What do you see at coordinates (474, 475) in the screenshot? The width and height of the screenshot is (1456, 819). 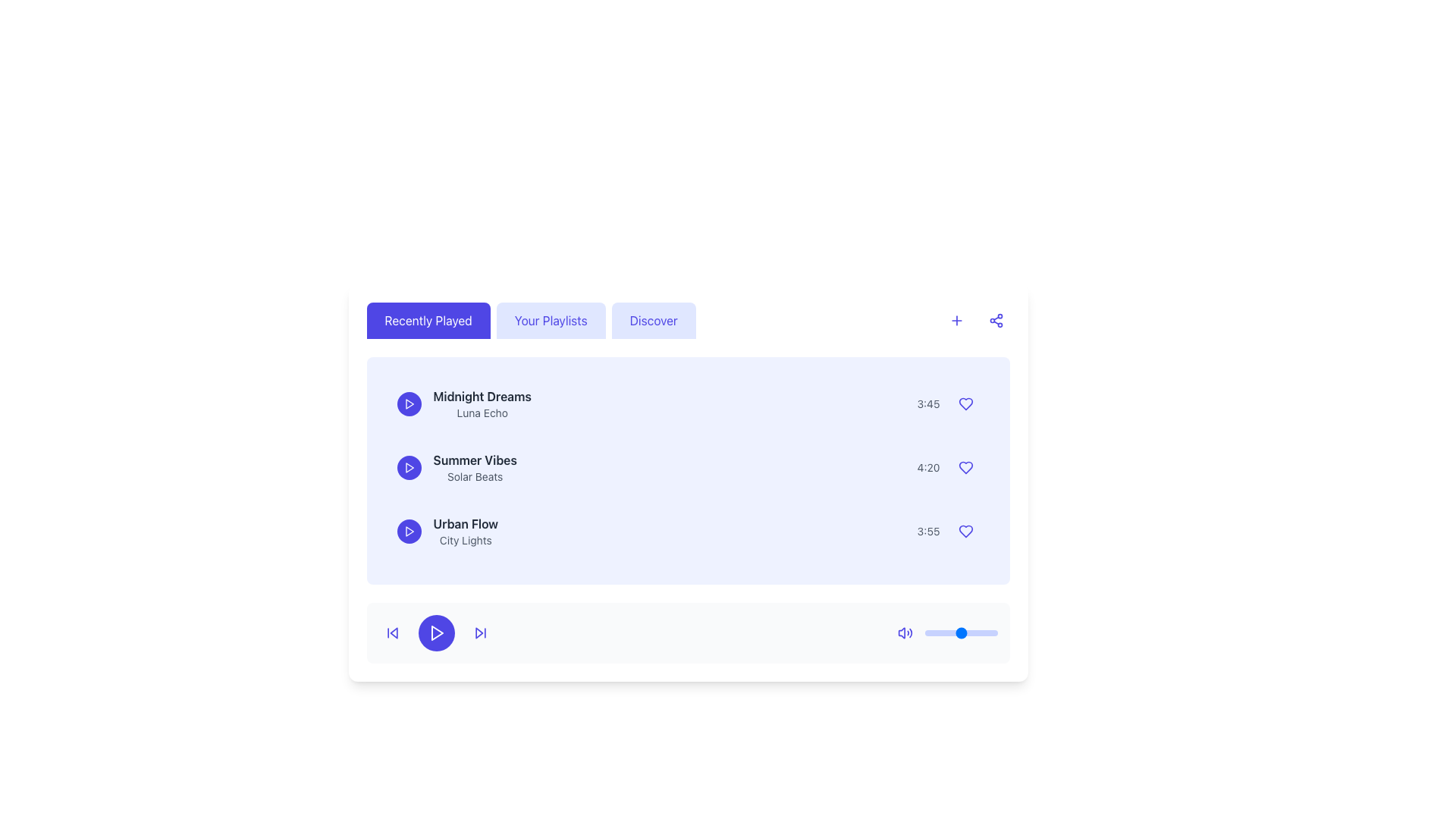 I see `the text label 'Solar Beats', which is styled in a smaller and lighter font, located below the bold 'Summer Vibes' text in the playlist section` at bounding box center [474, 475].